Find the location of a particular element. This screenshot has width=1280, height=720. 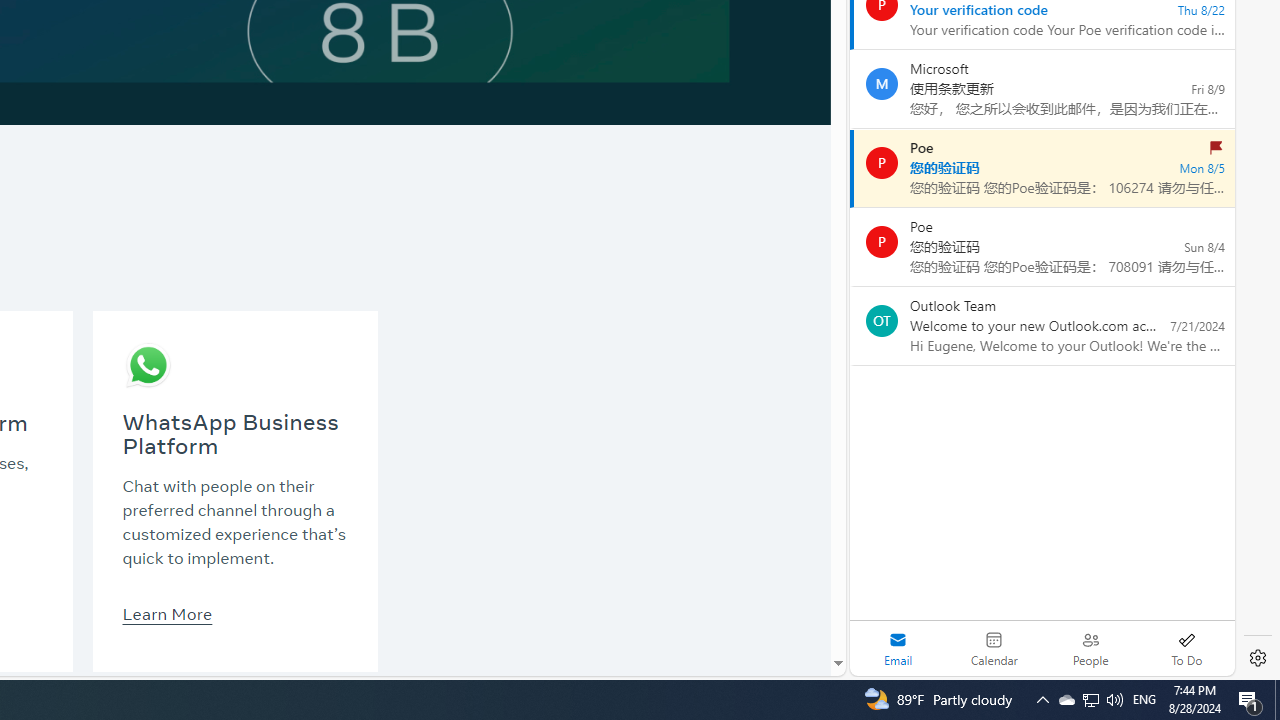

'People' is located at coordinates (1089, 648).